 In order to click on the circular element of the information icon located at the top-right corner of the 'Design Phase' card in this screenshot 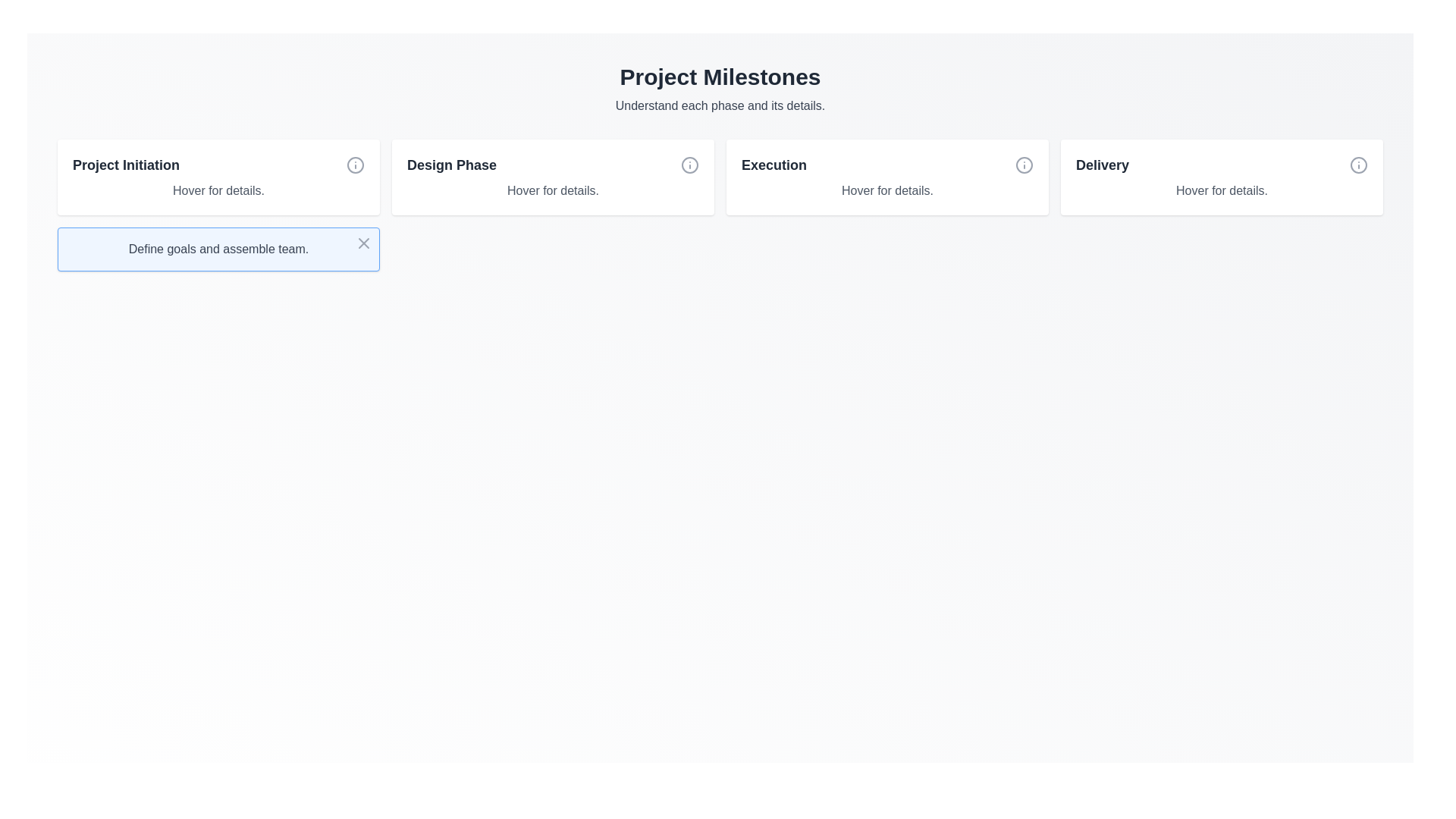, I will do `click(689, 165)`.